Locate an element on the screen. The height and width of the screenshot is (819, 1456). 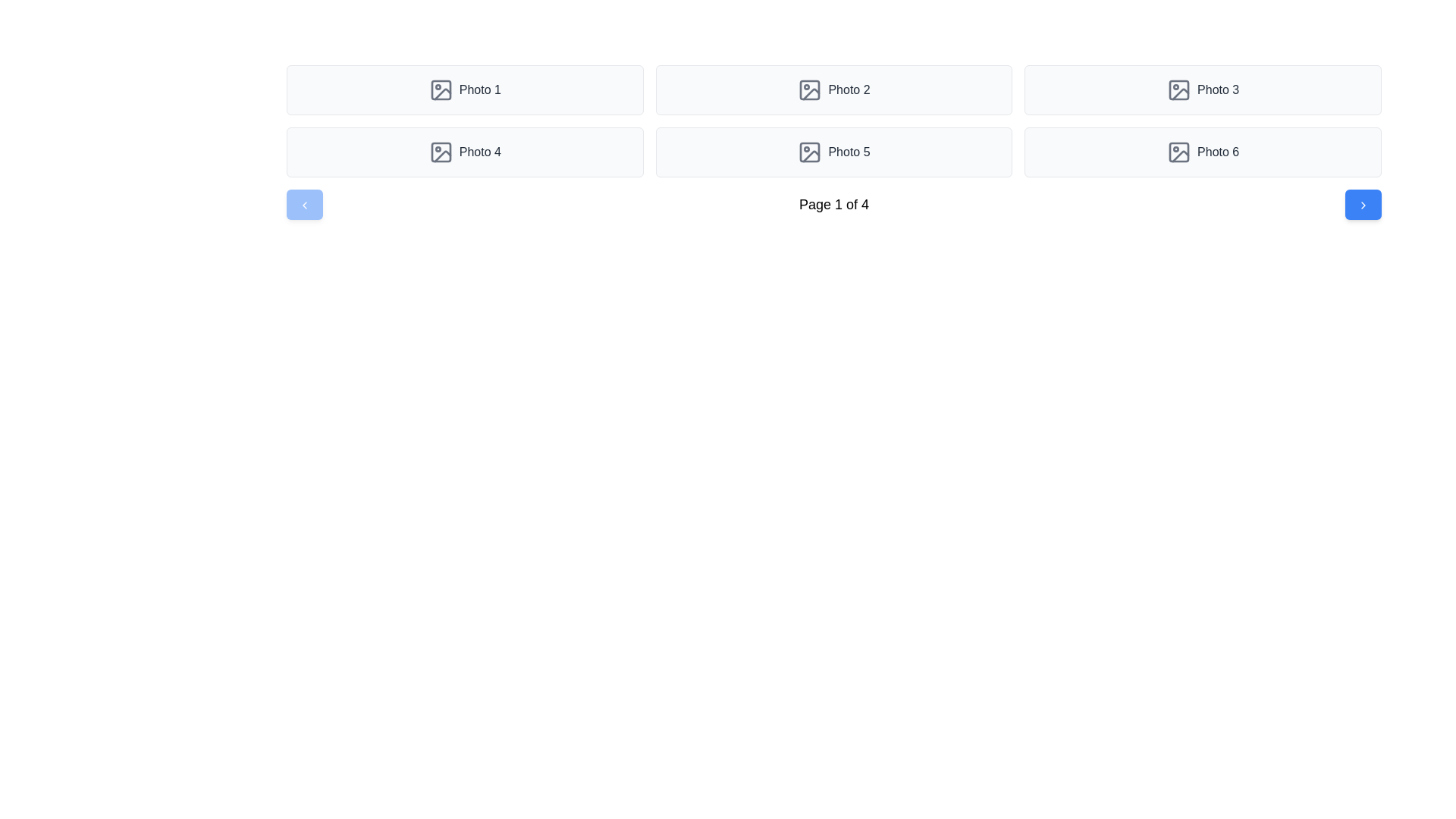
the 'Photo 2' button is located at coordinates (833, 90).